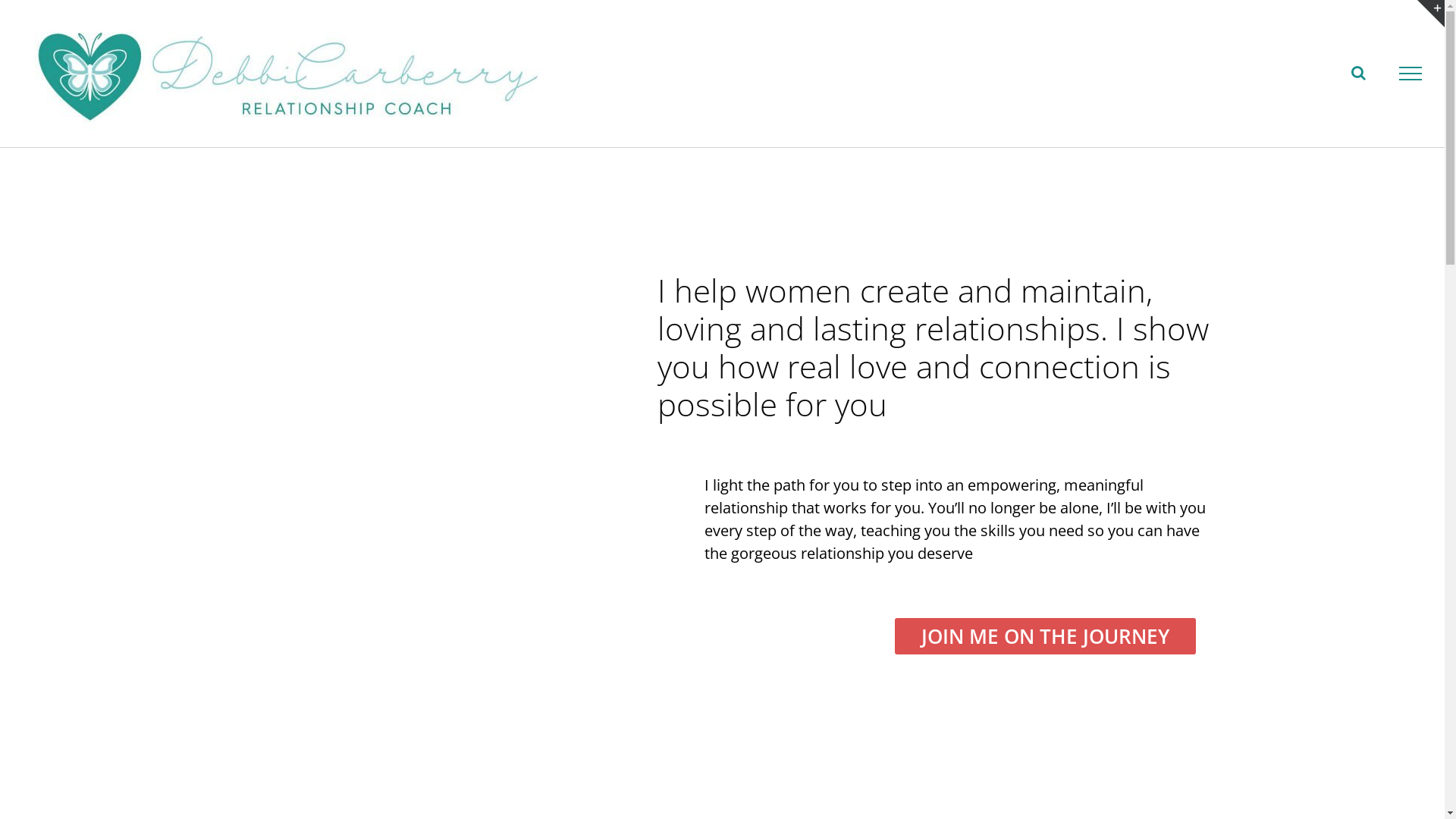 This screenshot has width=1456, height=819. Describe the element at coordinates (1429, 14) in the screenshot. I see `'Toggle Sliding Bar Area'` at that location.